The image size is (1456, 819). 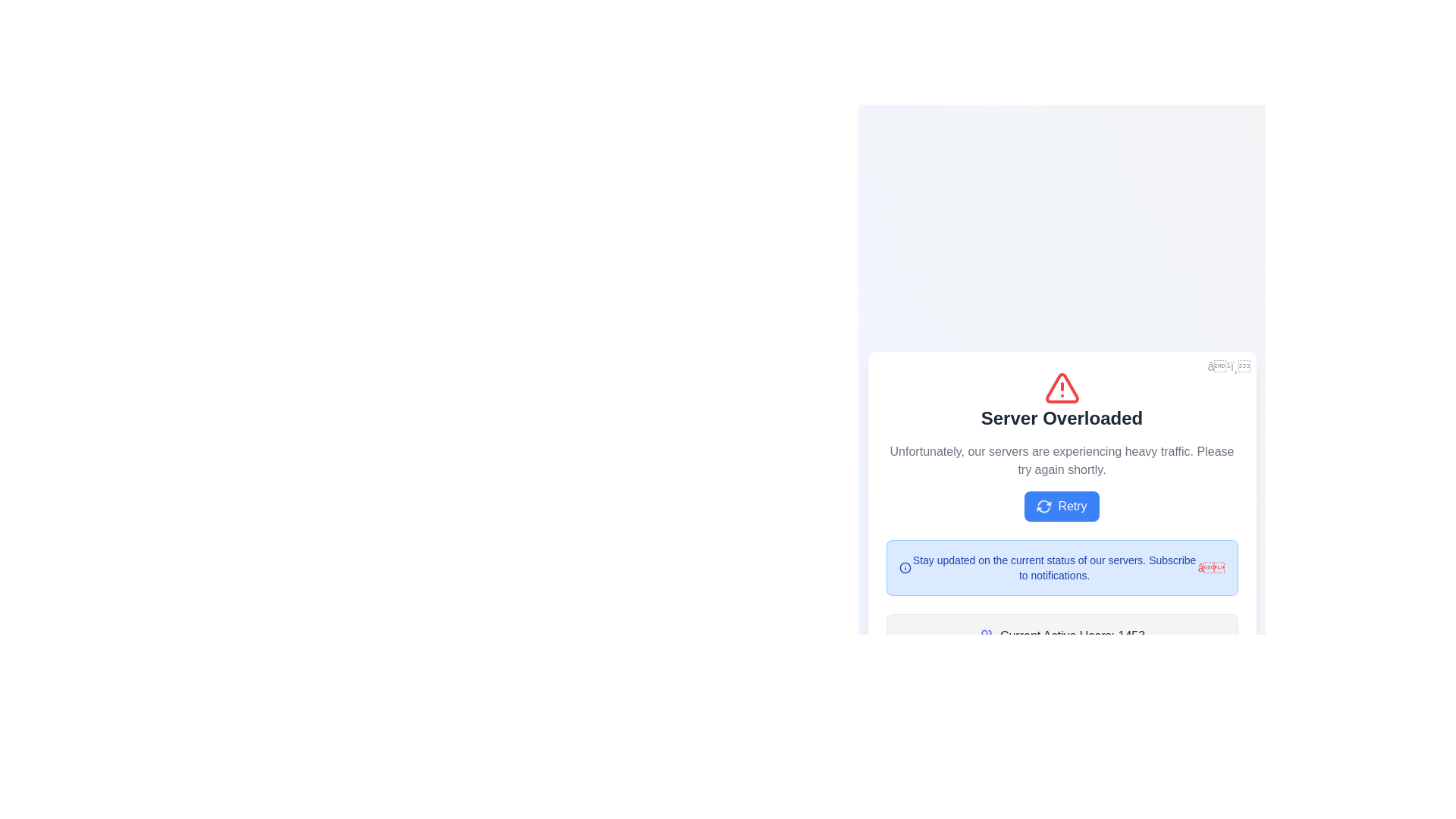 I want to click on the 'Retry' button with a blue background and white text, located centrally within the card component titled 'Server Overloaded', so click(x=1061, y=506).